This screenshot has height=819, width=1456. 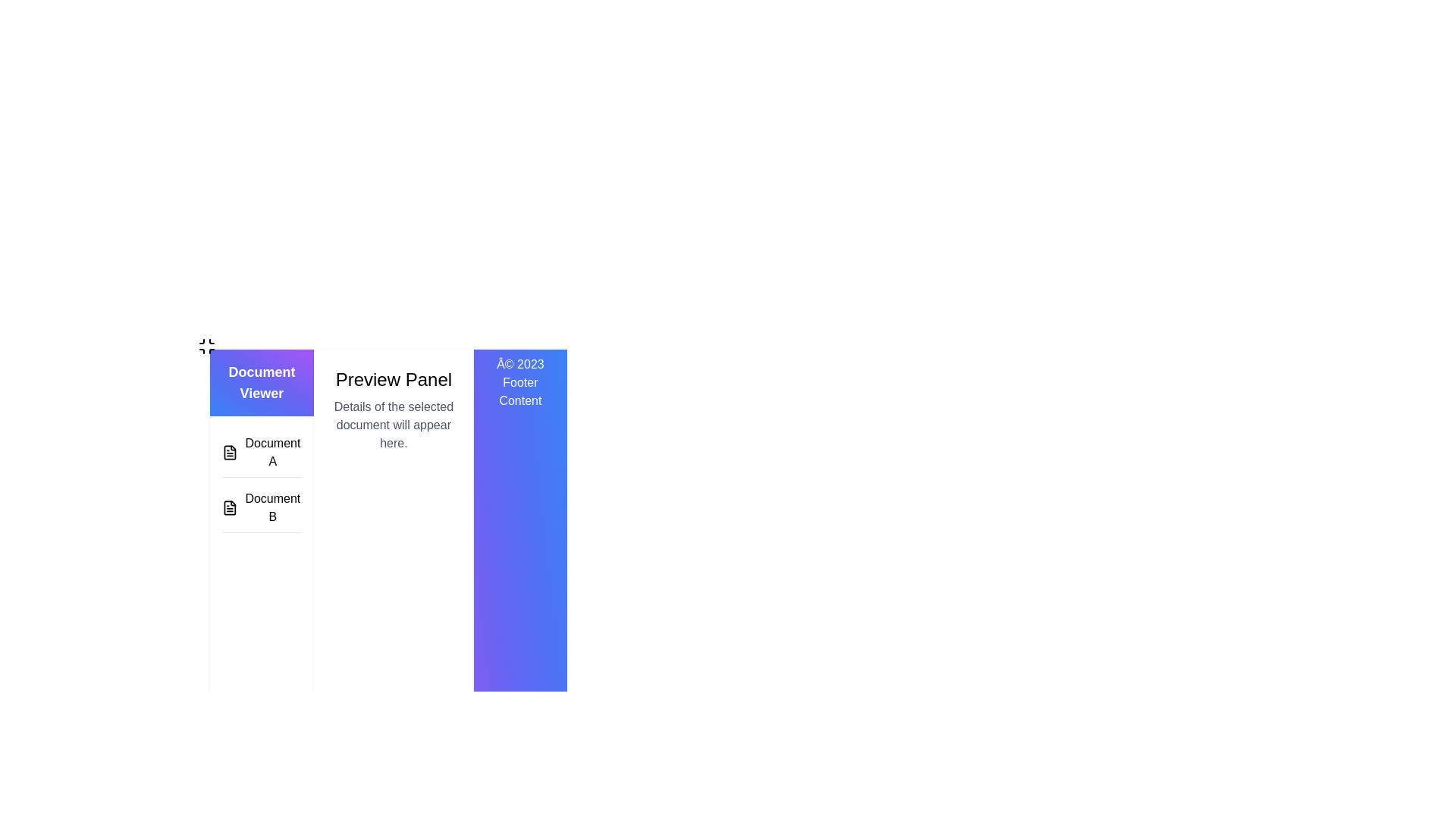 What do you see at coordinates (206, 346) in the screenshot?
I see `the compact icon resembling a four-way arrow located in the top-left corner of the interface` at bounding box center [206, 346].